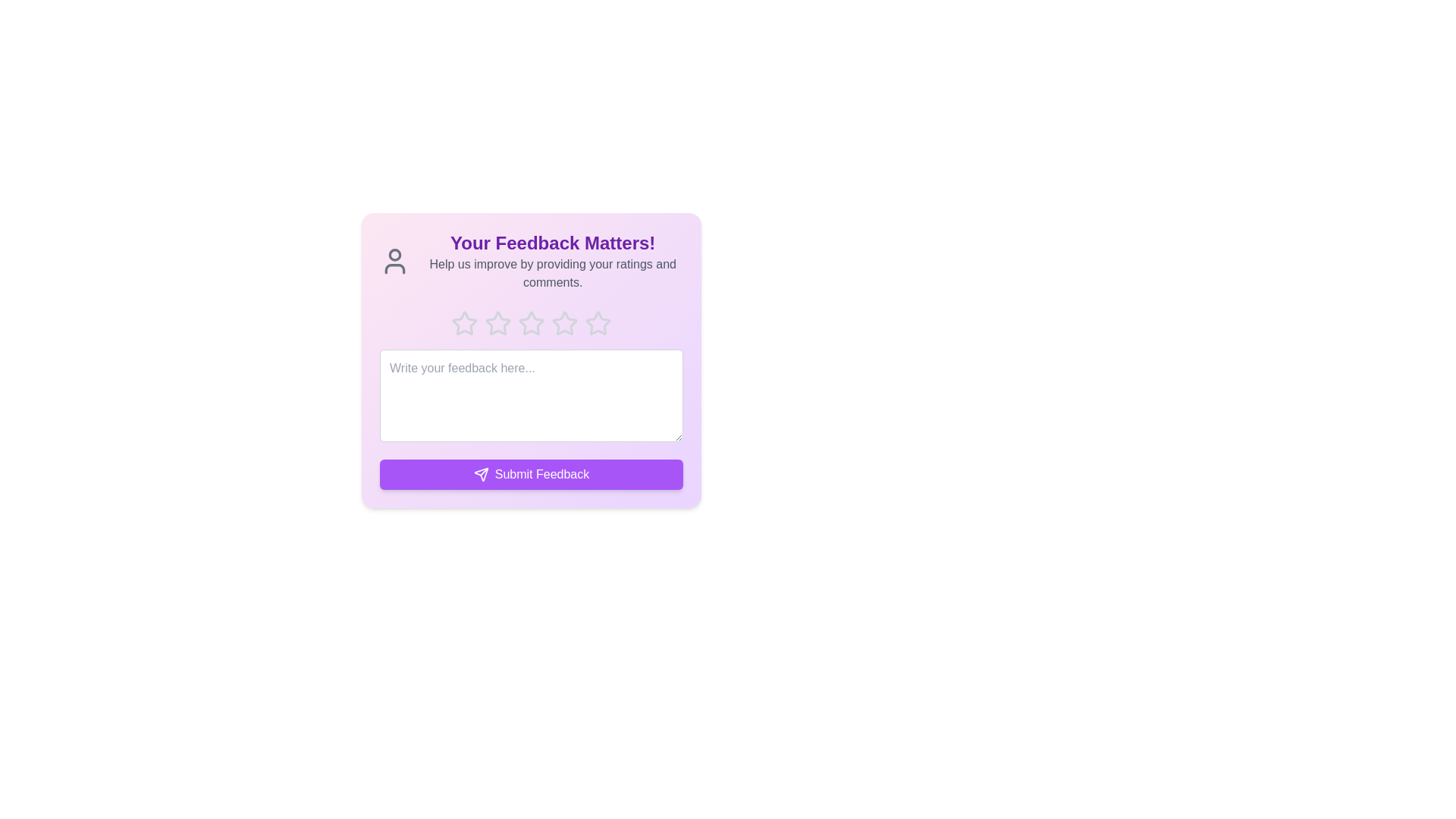  I want to click on the star corresponding to 3 to preview the rating, so click(531, 323).